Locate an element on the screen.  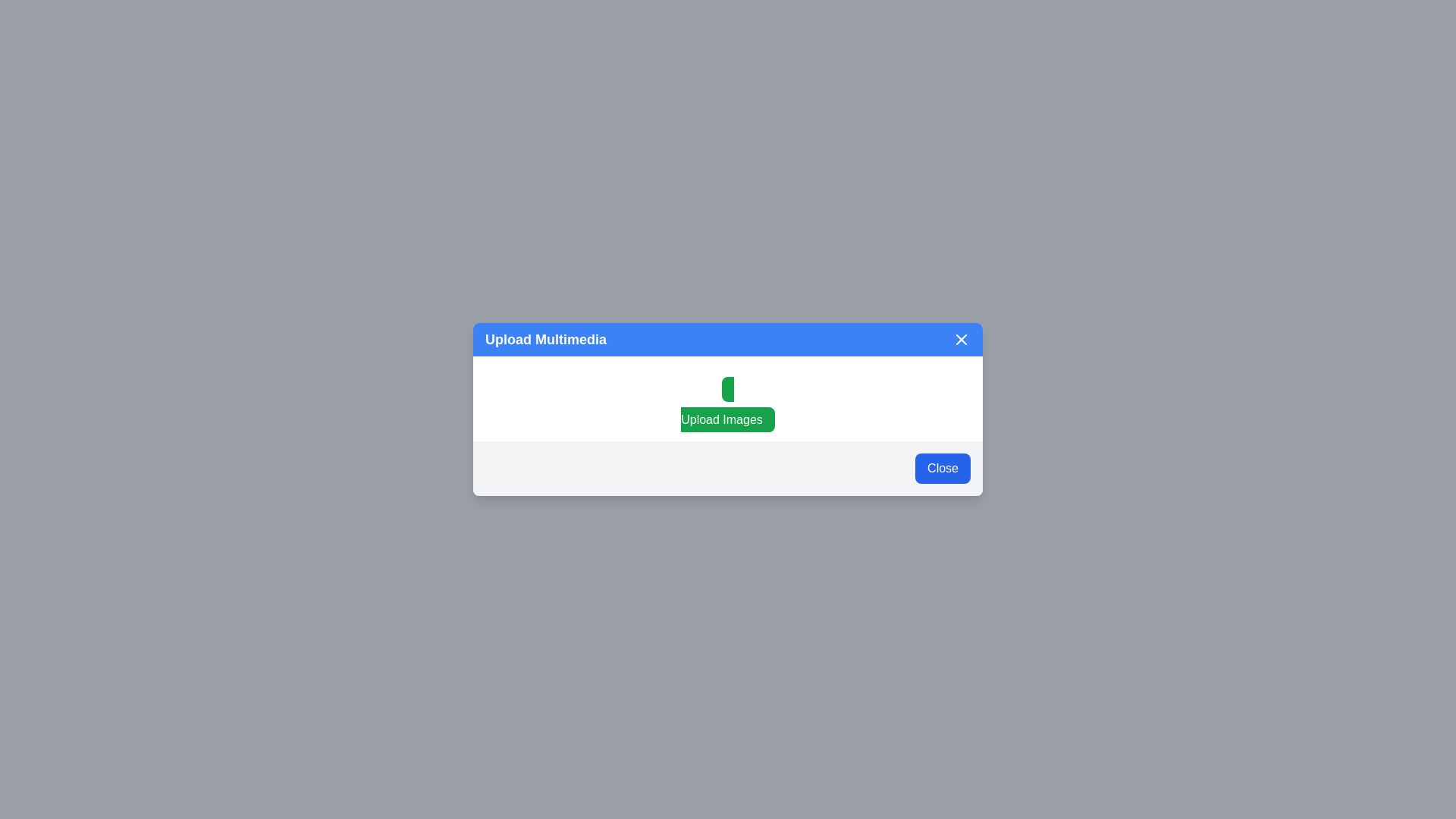
the green rectangular button labeled 'Upload Images' with an upward-pointing arrow icon is located at coordinates (728, 397).